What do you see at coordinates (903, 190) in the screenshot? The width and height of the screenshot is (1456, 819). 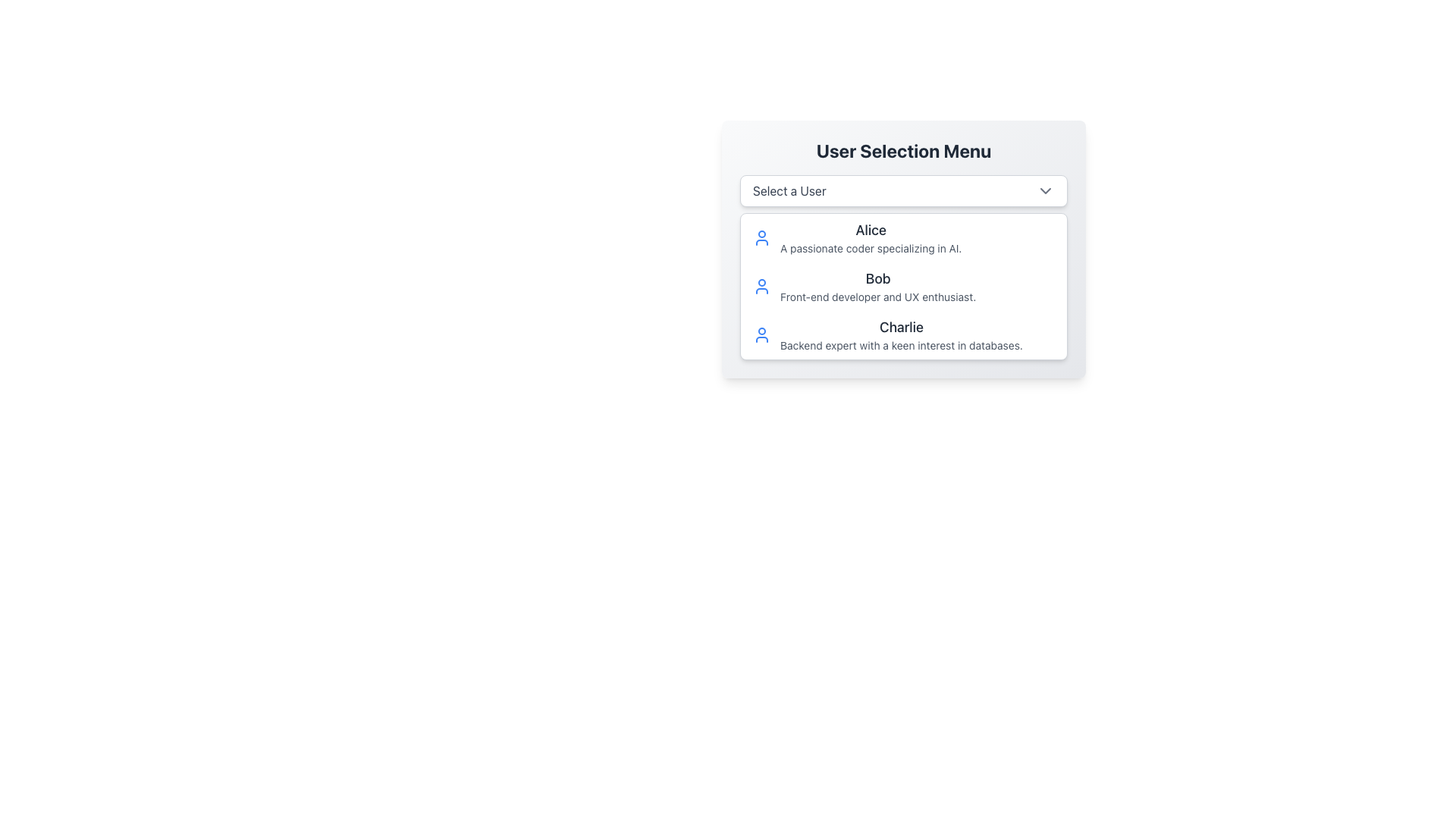 I see `the 'Select a User' dropdown menu` at bounding box center [903, 190].